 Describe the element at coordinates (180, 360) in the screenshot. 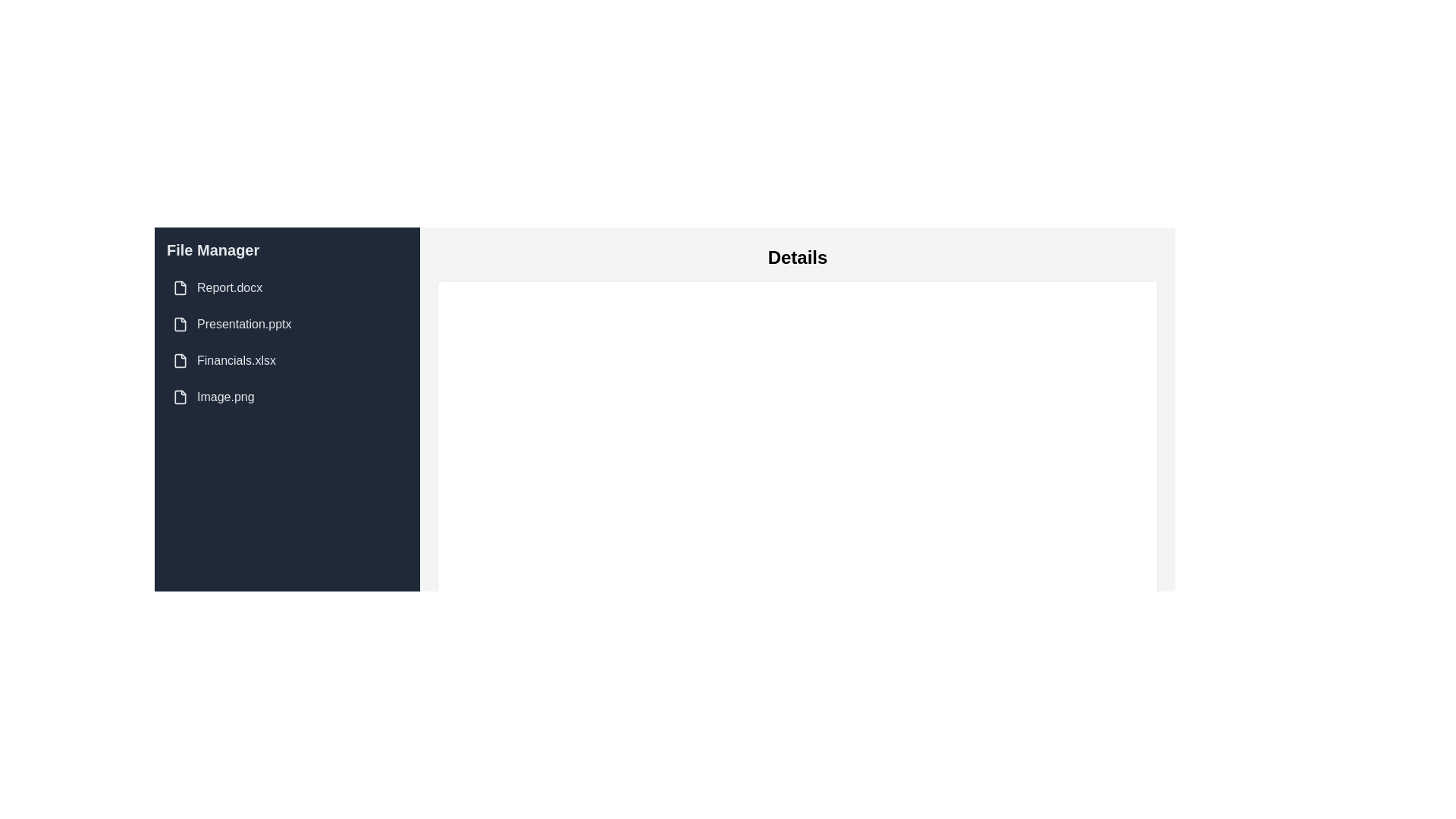

I see `the visual icon representing a document file, which is located next to the 'Financials.xlsx' text in the file manager list` at that location.